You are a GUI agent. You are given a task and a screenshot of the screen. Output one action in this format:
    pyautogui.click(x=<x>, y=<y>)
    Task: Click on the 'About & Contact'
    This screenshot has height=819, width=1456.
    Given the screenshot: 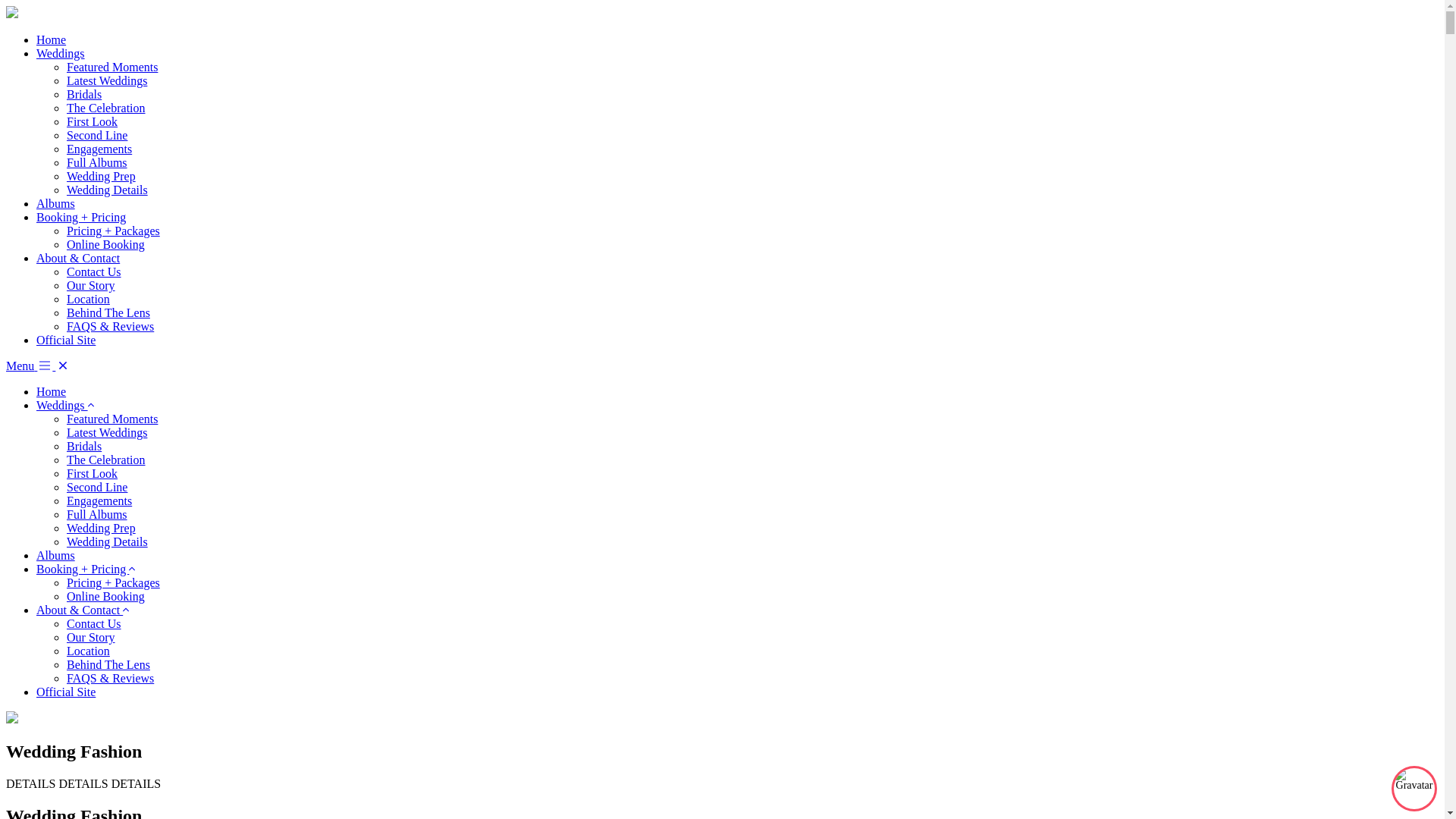 What is the action you would take?
    pyautogui.click(x=77, y=257)
    